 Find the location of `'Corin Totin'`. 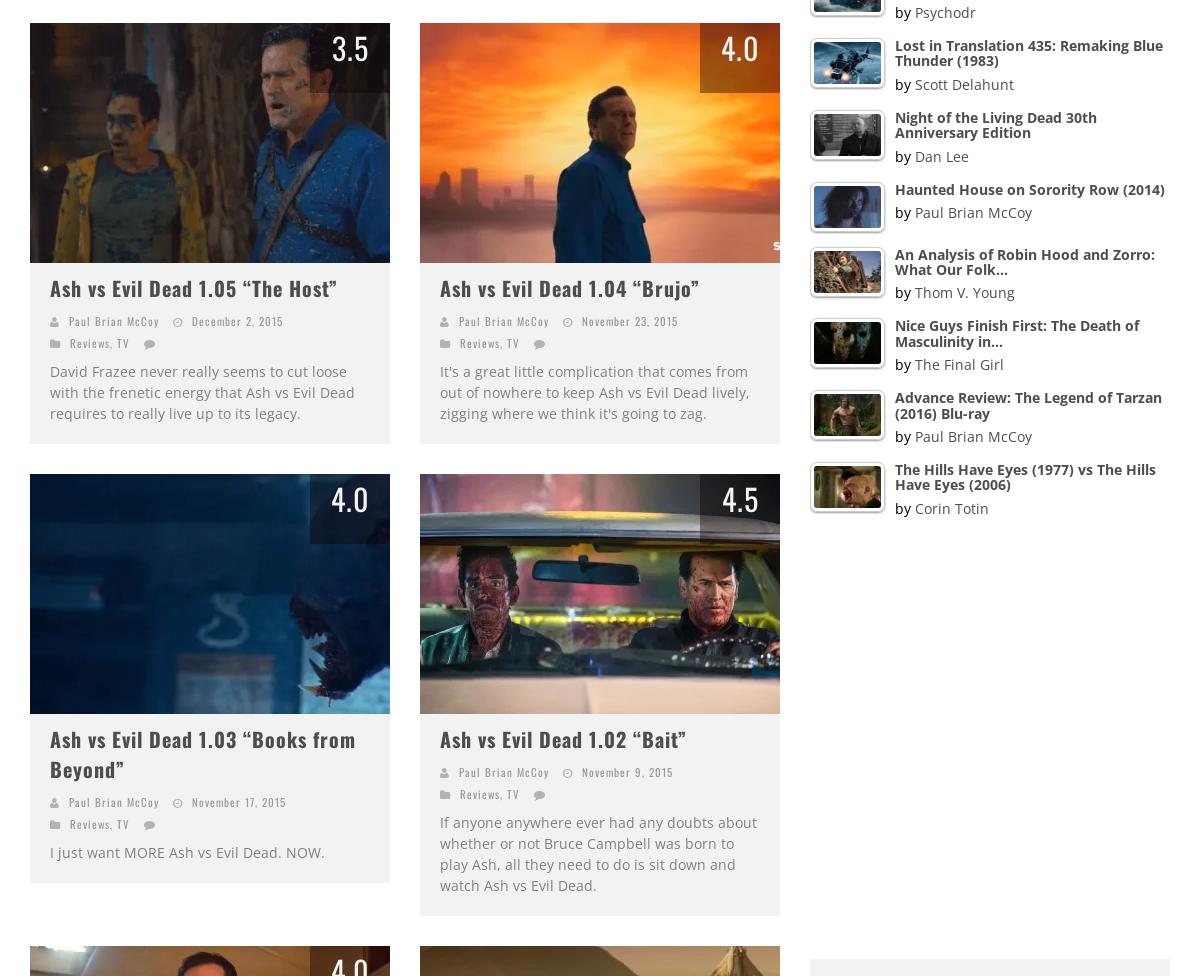

'Corin Totin' is located at coordinates (951, 507).